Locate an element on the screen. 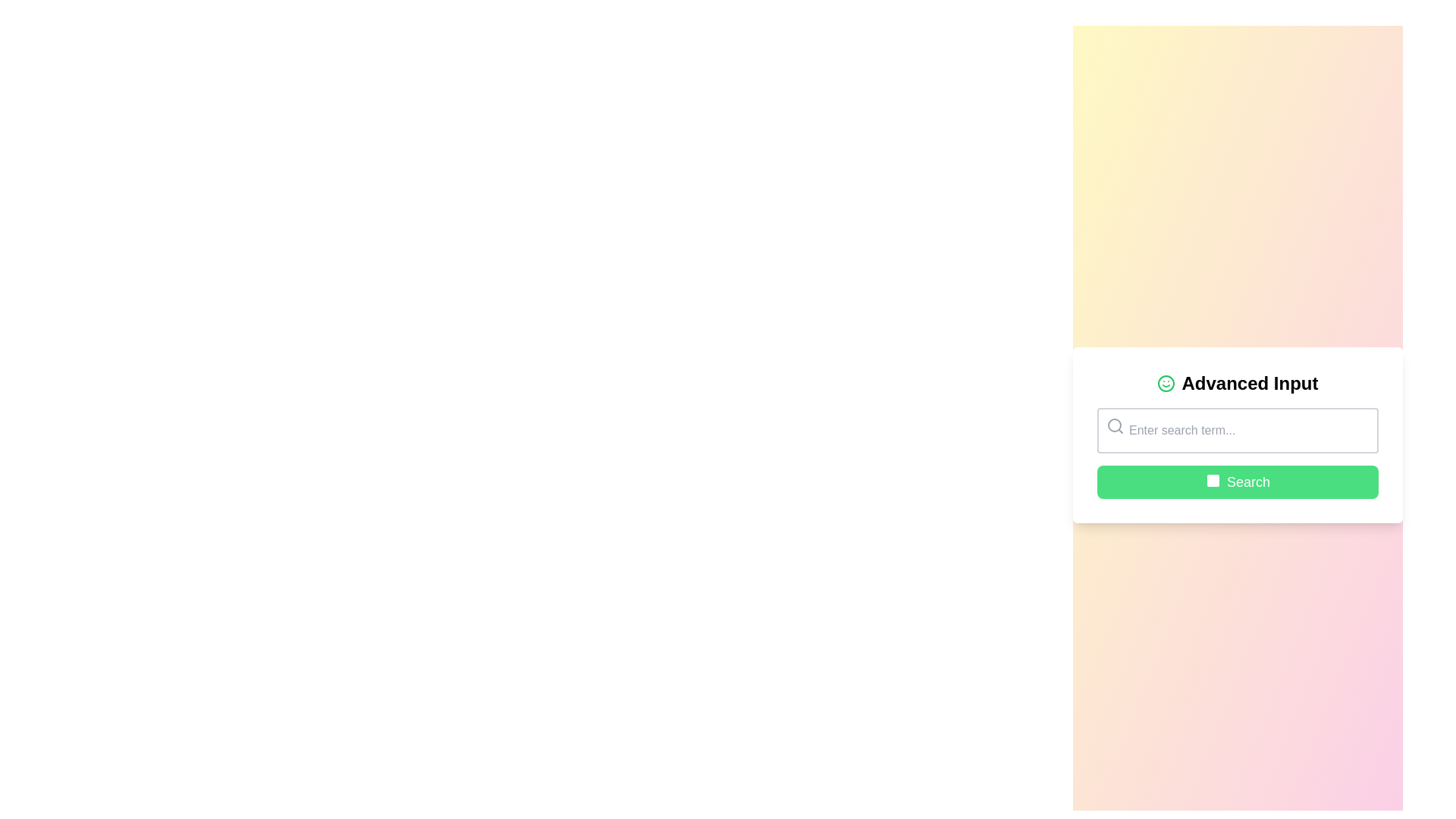  the search button located at the bottom of the 'Advanced Input' card is located at coordinates (1238, 482).